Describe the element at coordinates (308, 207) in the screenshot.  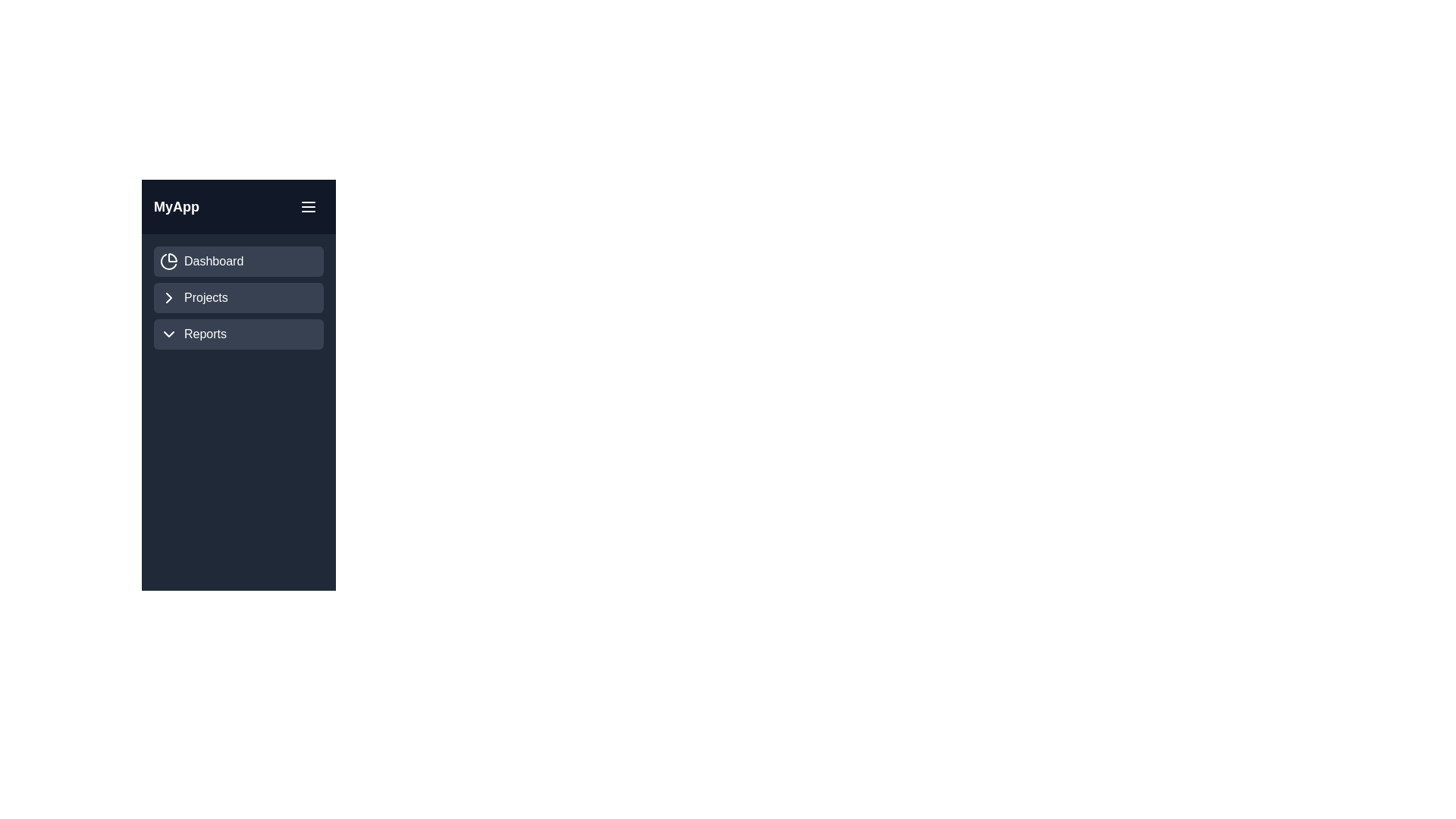
I see `the toggle button to toggle the sidebar menu visibility` at that location.